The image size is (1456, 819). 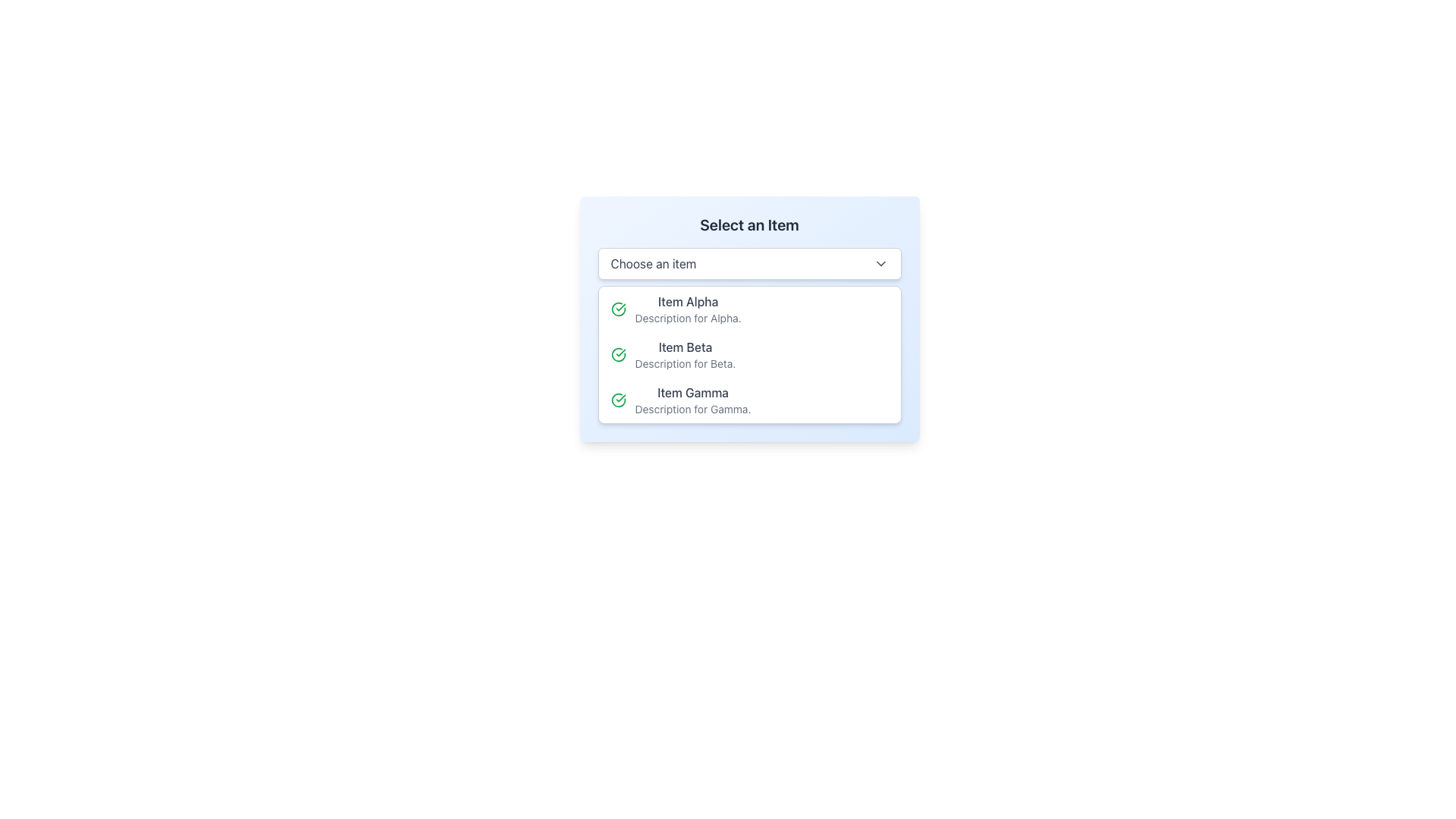 I want to click on the checkmark icon indicating confirmation for 'Item Gamma', which is the third icon in the list positioned to the left of the associated text, so click(x=618, y=400).